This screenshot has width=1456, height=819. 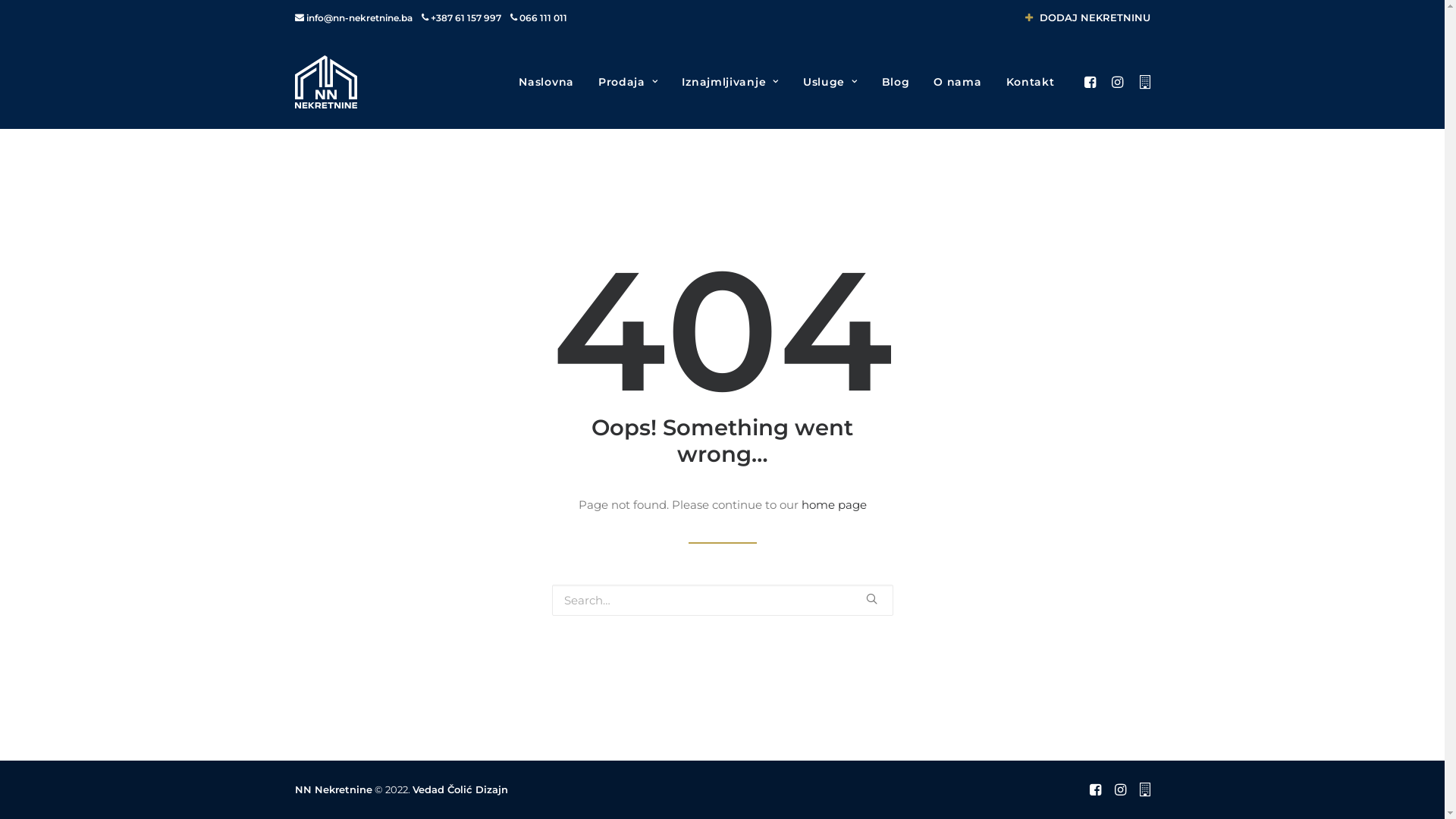 What do you see at coordinates (1087, 17) in the screenshot?
I see `'DODAJ NEKRETNINU'` at bounding box center [1087, 17].